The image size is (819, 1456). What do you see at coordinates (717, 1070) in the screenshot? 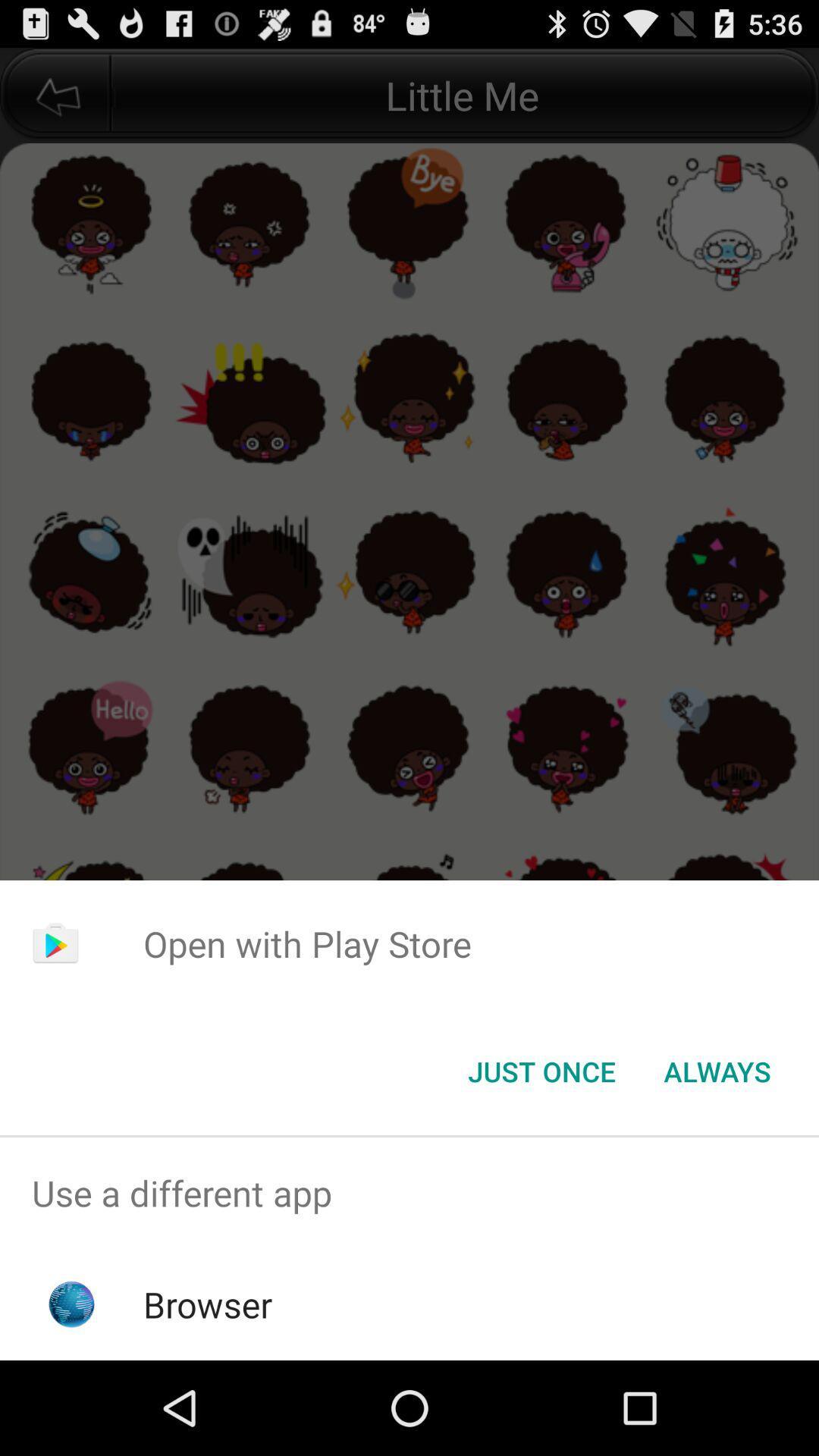
I see `icon below open with play item` at bounding box center [717, 1070].